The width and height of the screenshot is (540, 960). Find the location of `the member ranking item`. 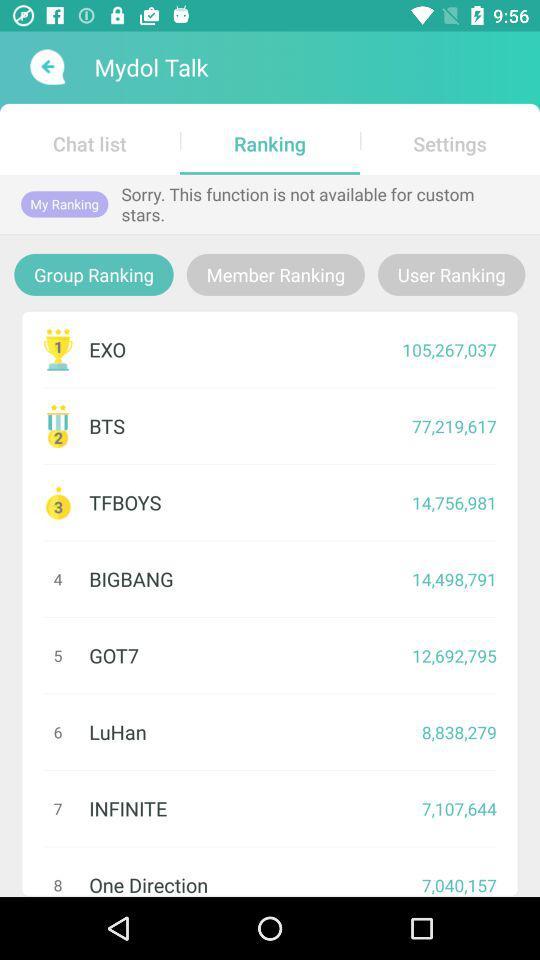

the member ranking item is located at coordinates (274, 273).